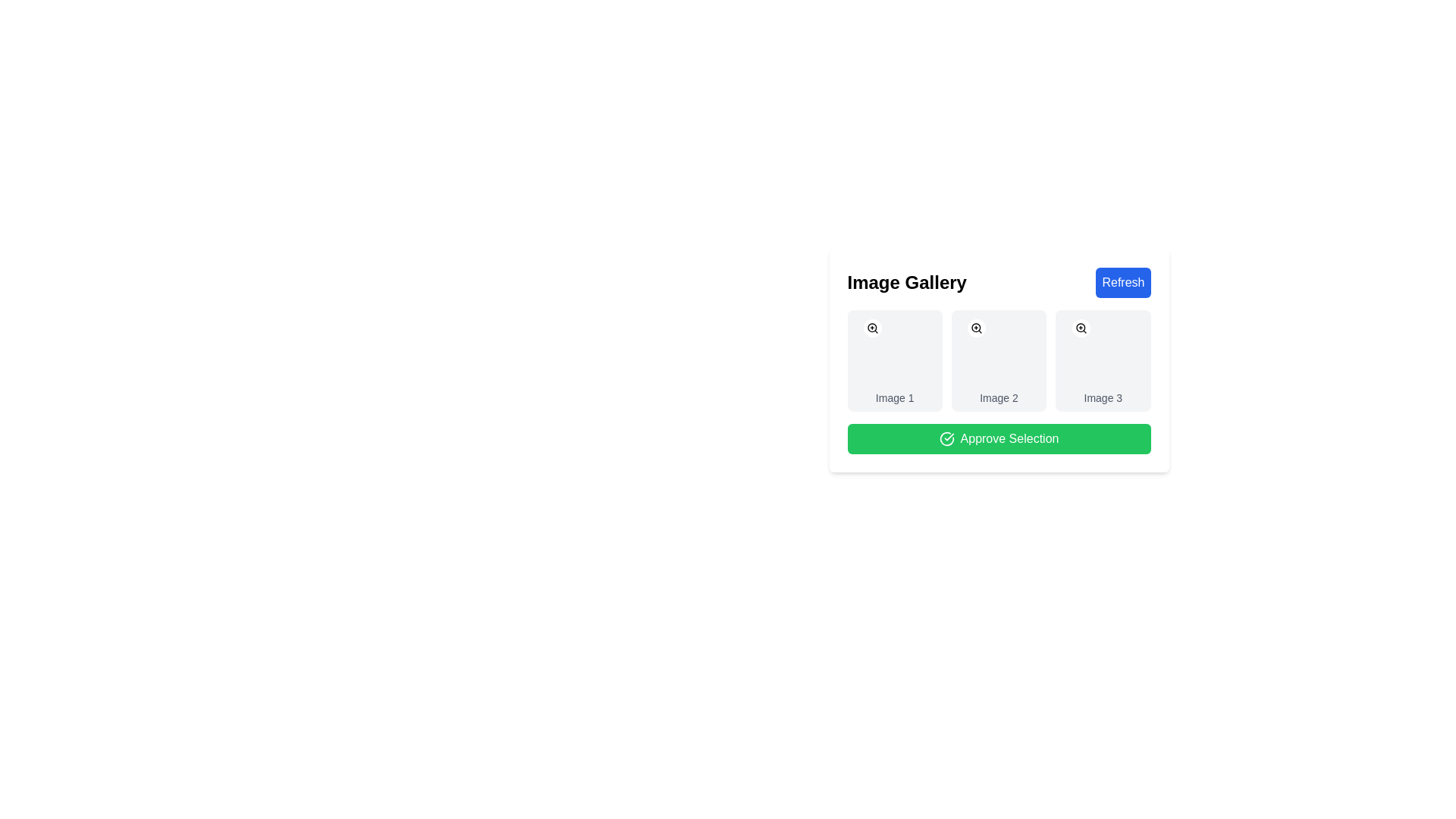  Describe the element at coordinates (1103, 397) in the screenshot. I see `the Text Label that indicates the name or identification of the third image within the gallery, located below the corresponding image placeholder and magnifying glass icon` at that location.